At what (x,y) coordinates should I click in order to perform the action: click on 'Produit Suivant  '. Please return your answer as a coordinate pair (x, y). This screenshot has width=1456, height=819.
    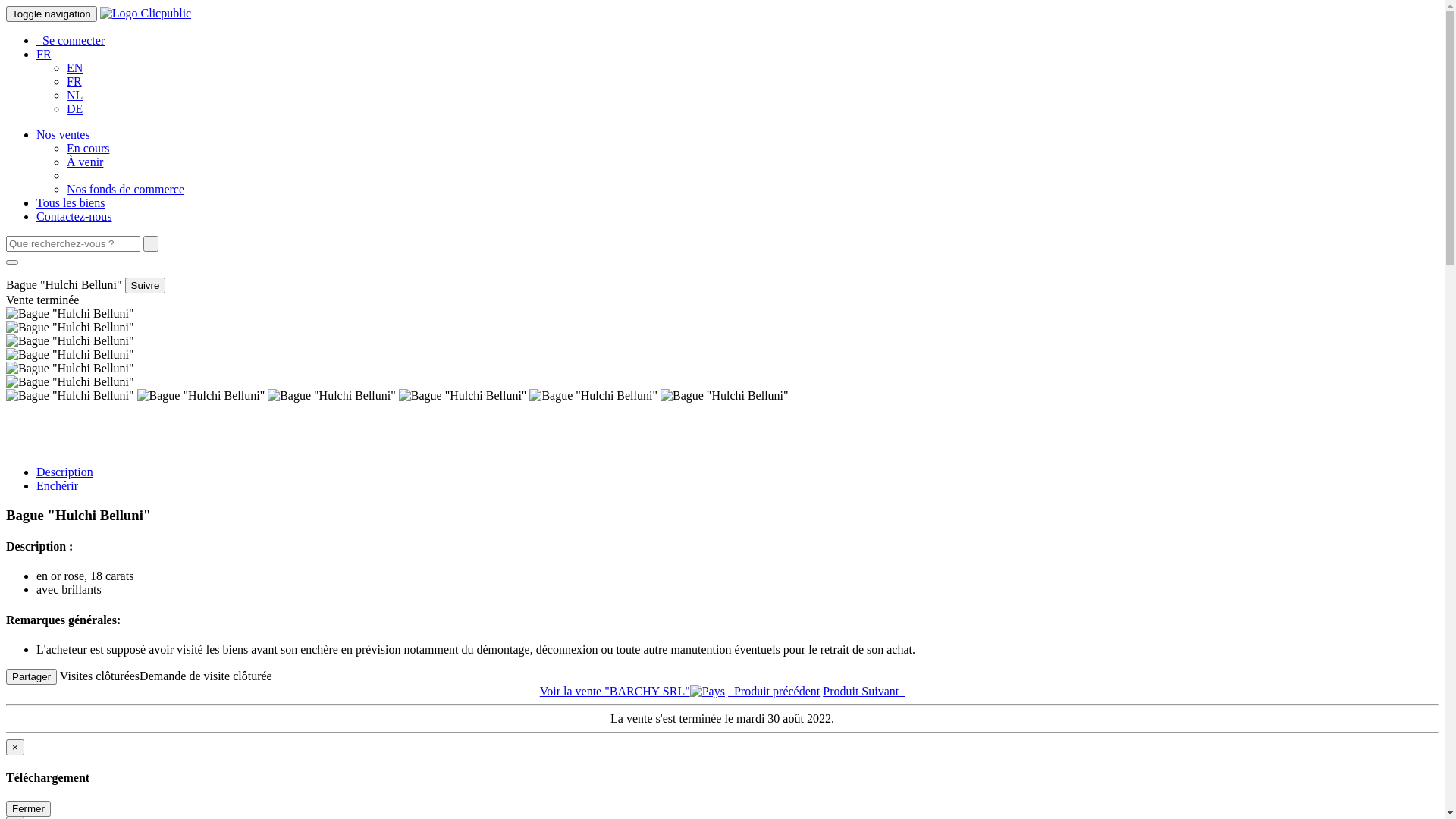
    Looking at the image, I should click on (821, 691).